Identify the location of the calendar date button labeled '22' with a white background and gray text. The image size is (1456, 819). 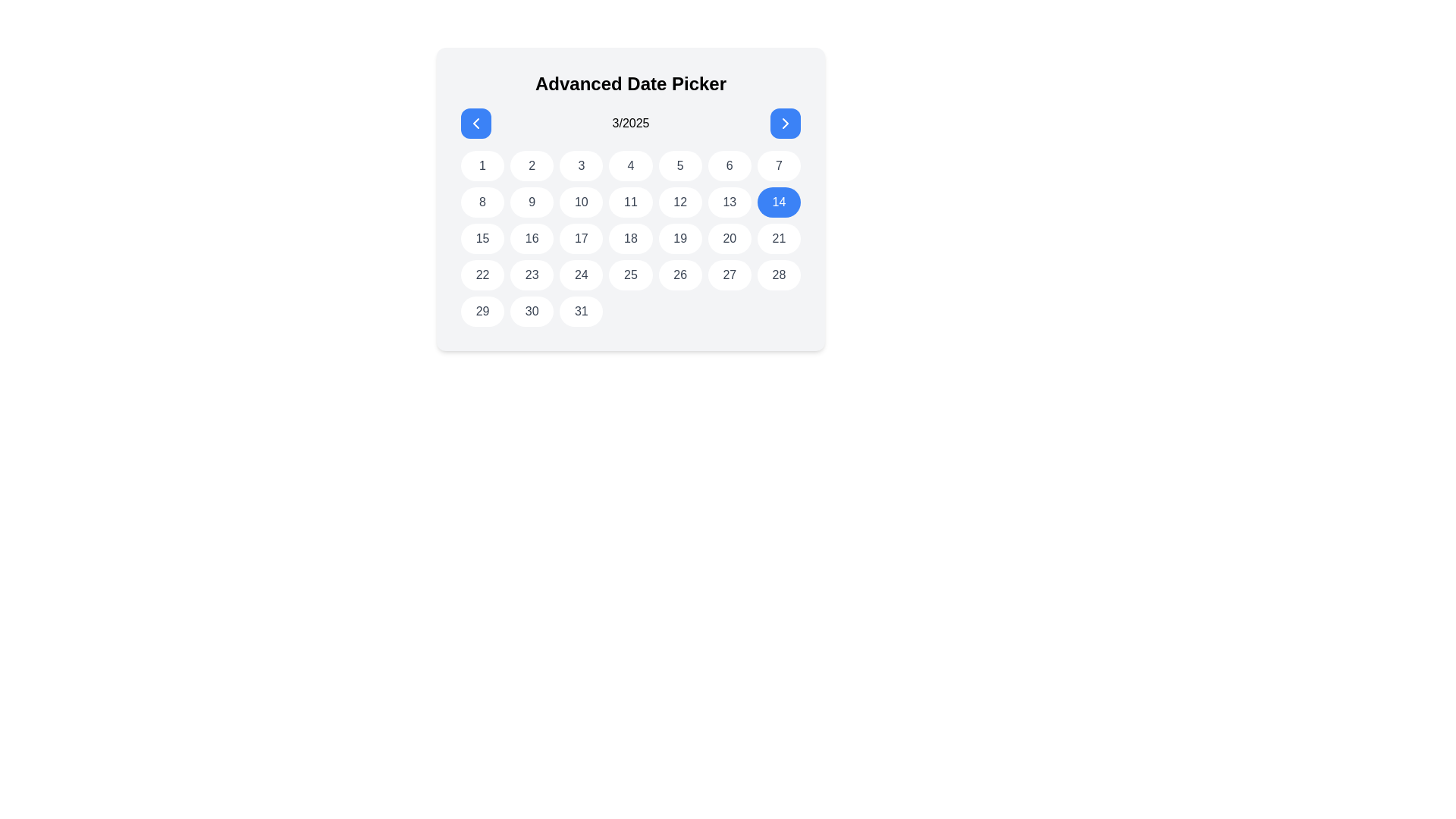
(482, 275).